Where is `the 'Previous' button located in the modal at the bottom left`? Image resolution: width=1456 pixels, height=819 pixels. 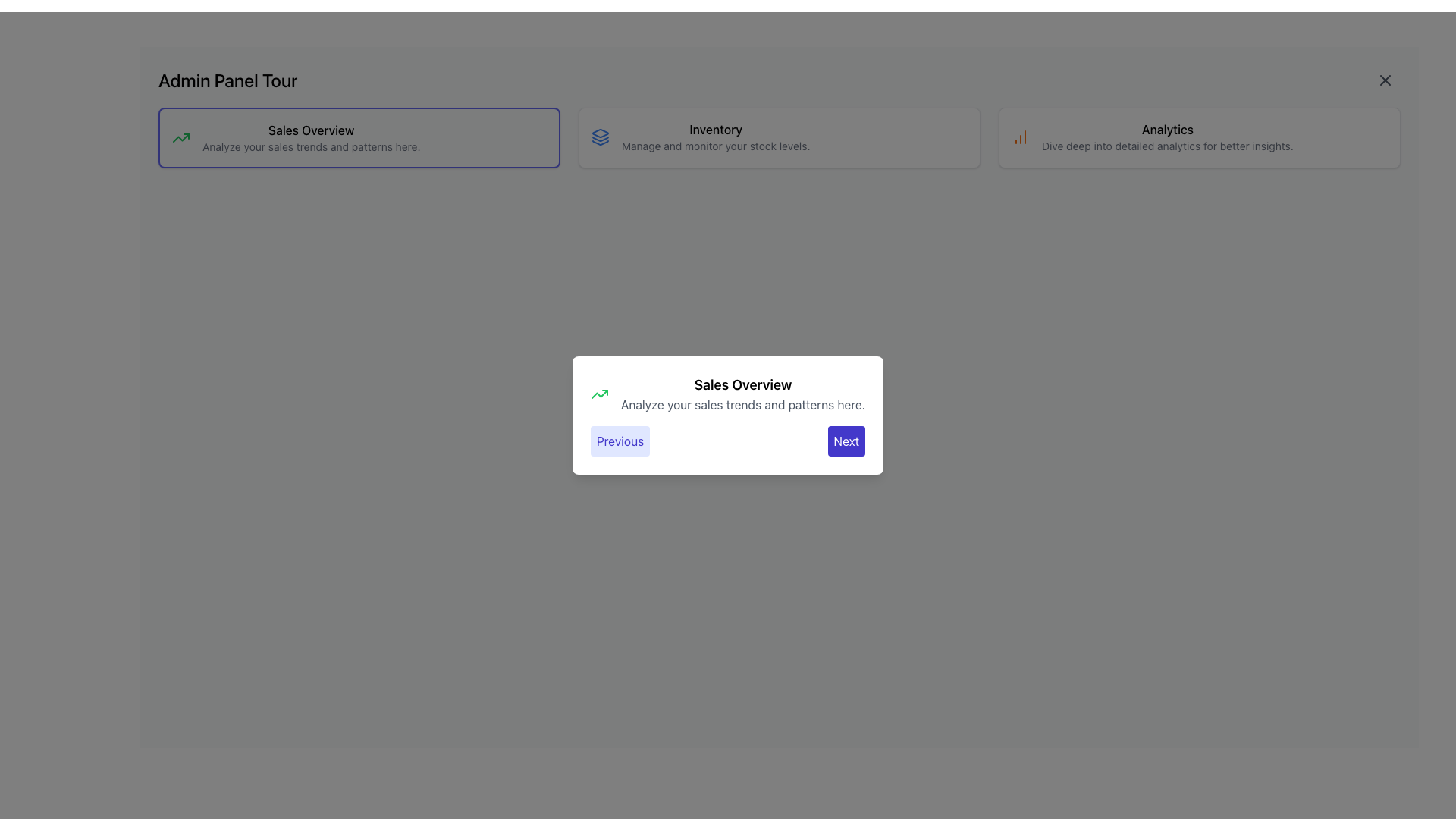
the 'Previous' button located in the modal at the bottom left is located at coordinates (620, 441).